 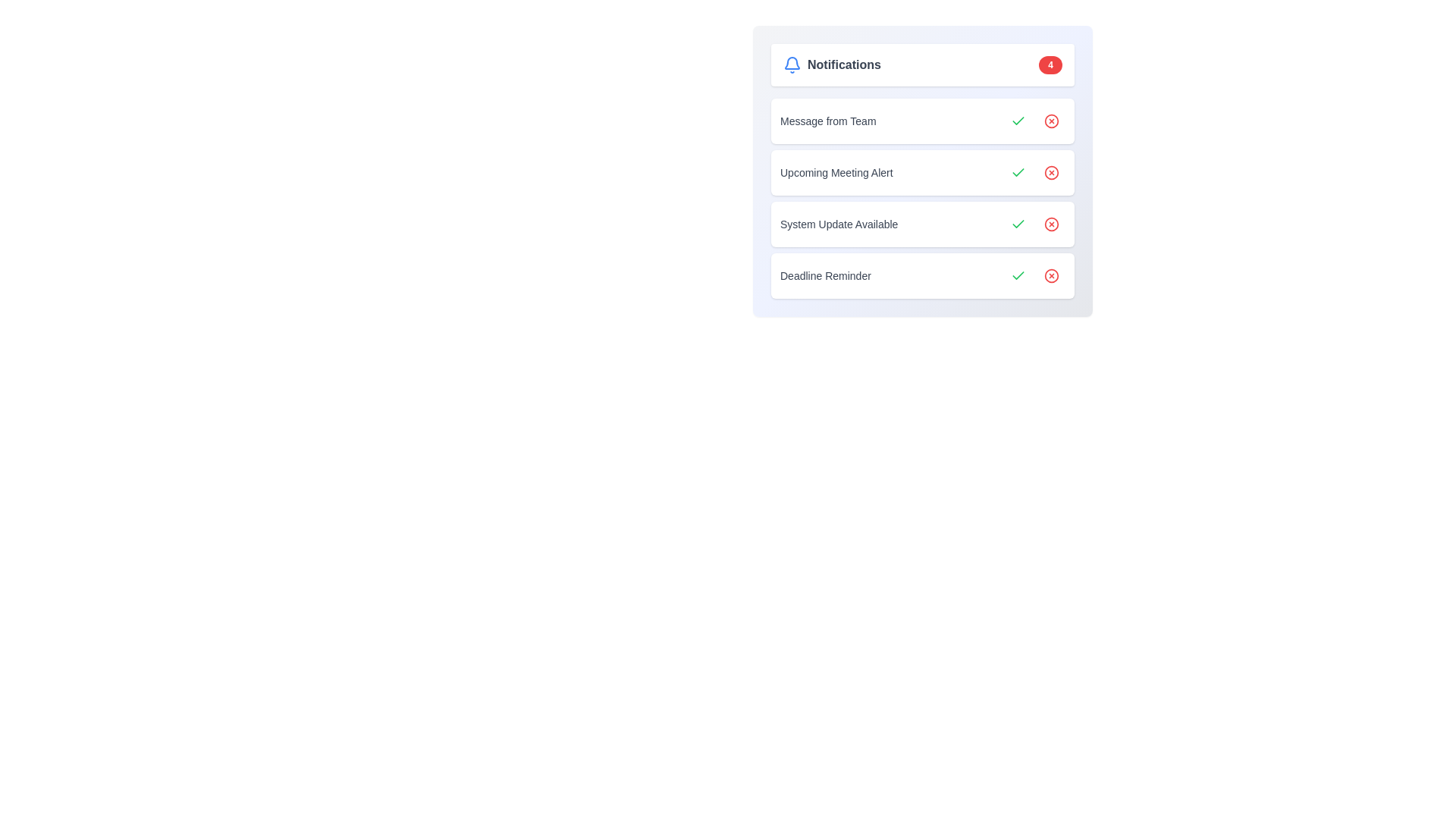 What do you see at coordinates (1018, 224) in the screenshot?
I see `the circular button with a green checkmark icon to confirm or resolve the notification located next to the 'System Update Available' text` at bounding box center [1018, 224].